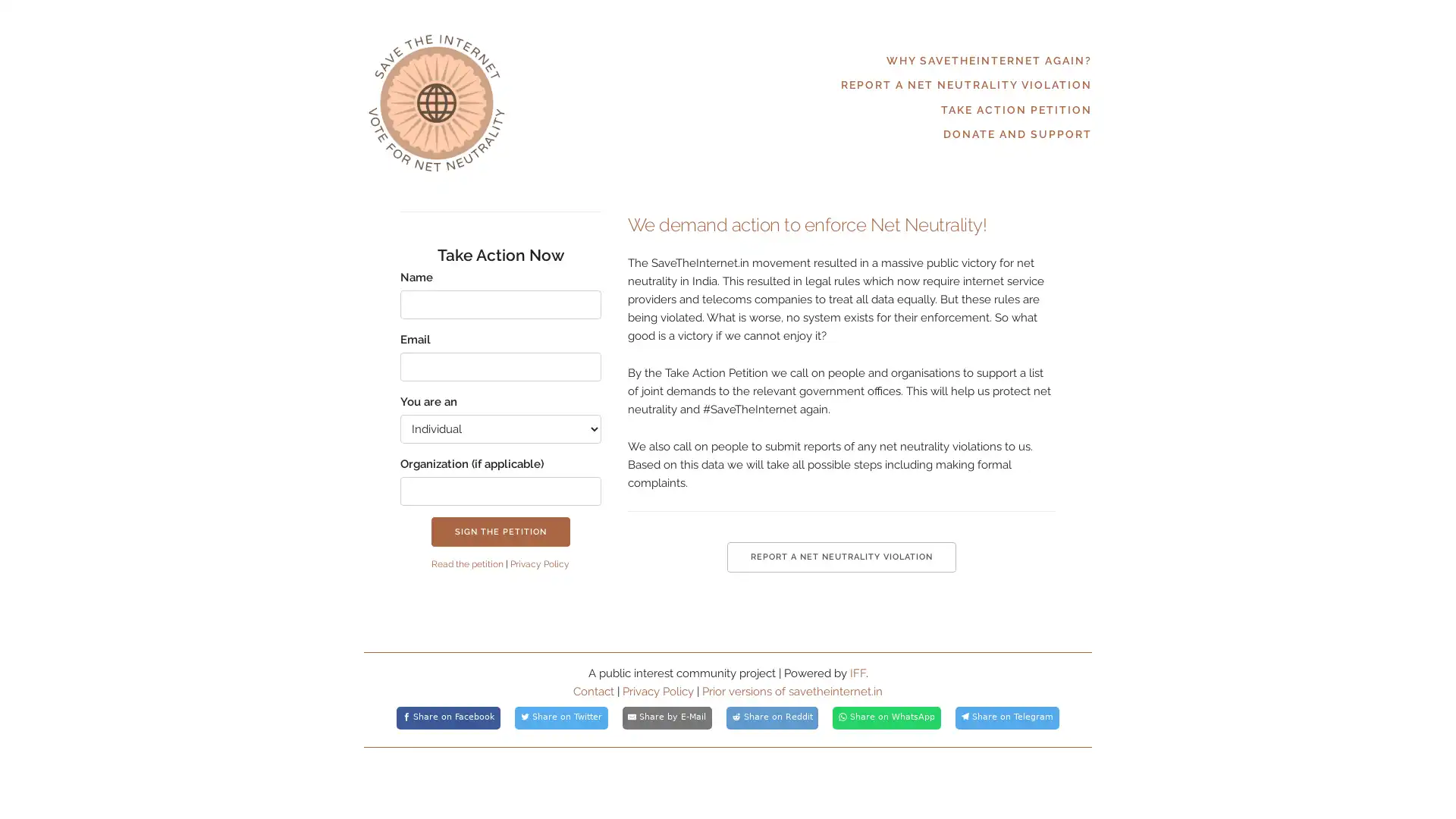 This screenshot has width=1456, height=819. I want to click on SIGN THE PETITION, so click(500, 531).